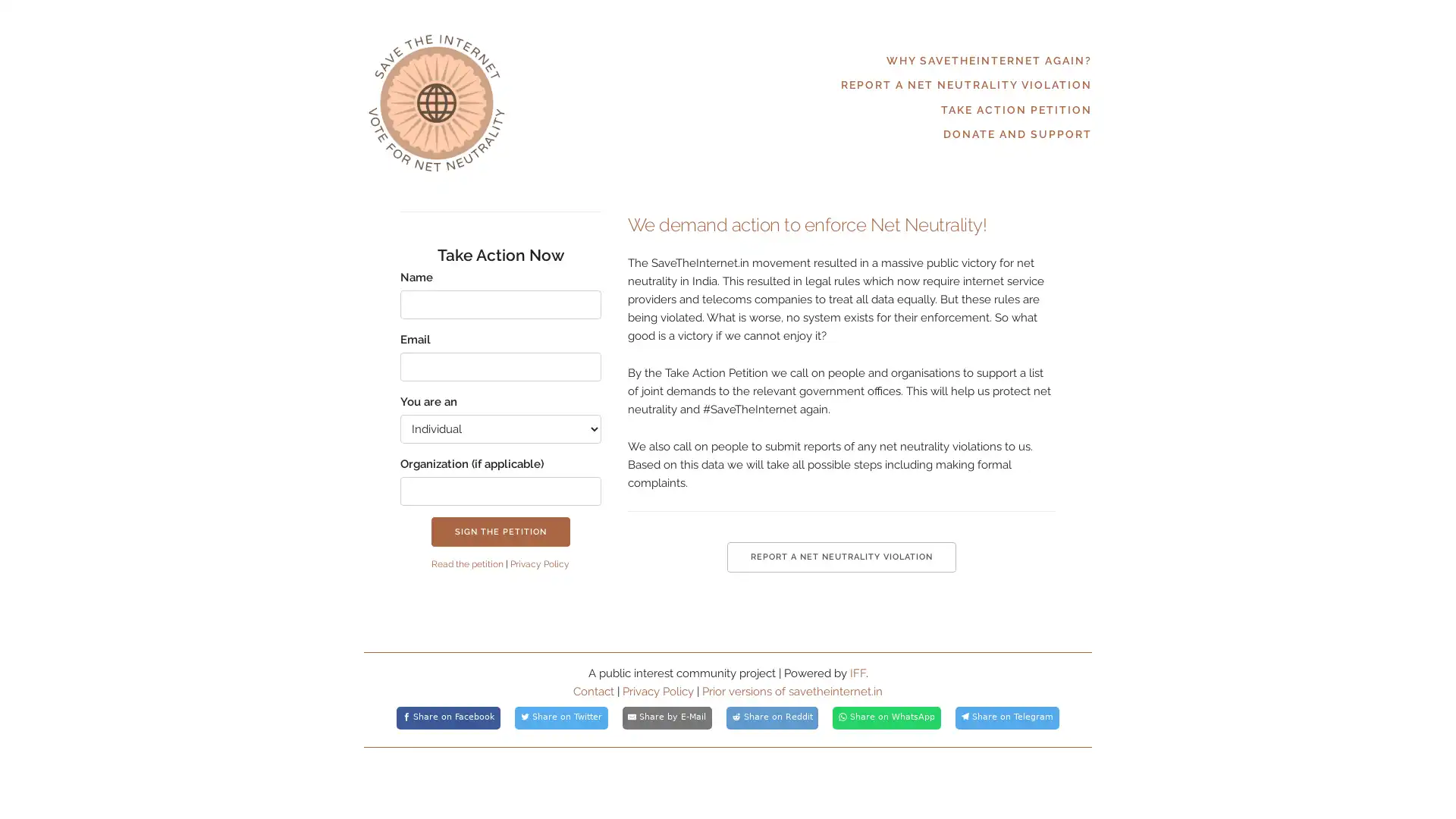 This screenshot has width=1456, height=819. I want to click on SIGN THE PETITION, so click(500, 531).